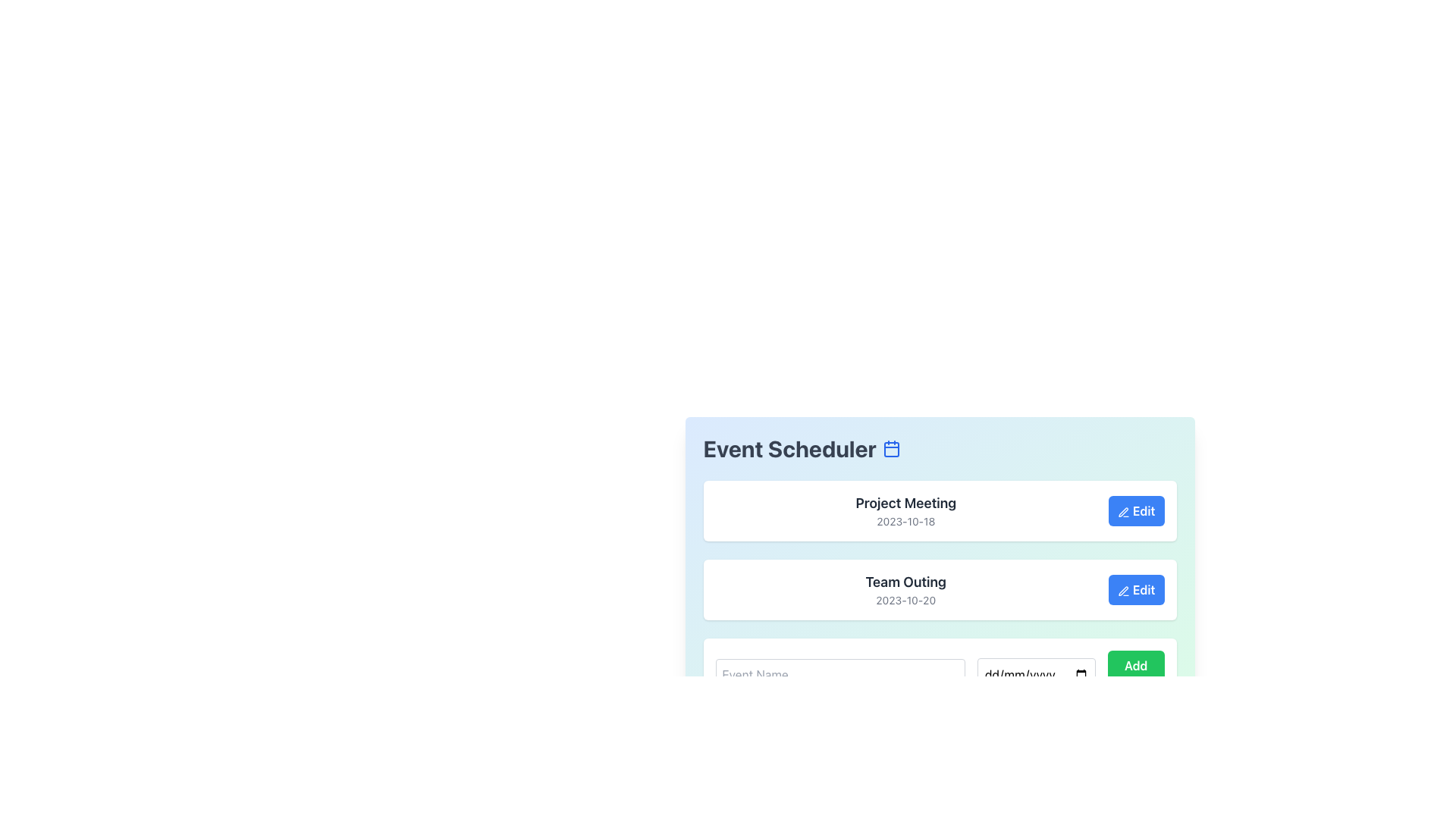 The height and width of the screenshot is (819, 1456). What do you see at coordinates (905, 589) in the screenshot?
I see `the static text displaying the title 'Team Outing' and date '2023-10-20' in the Event Scheduler list` at bounding box center [905, 589].